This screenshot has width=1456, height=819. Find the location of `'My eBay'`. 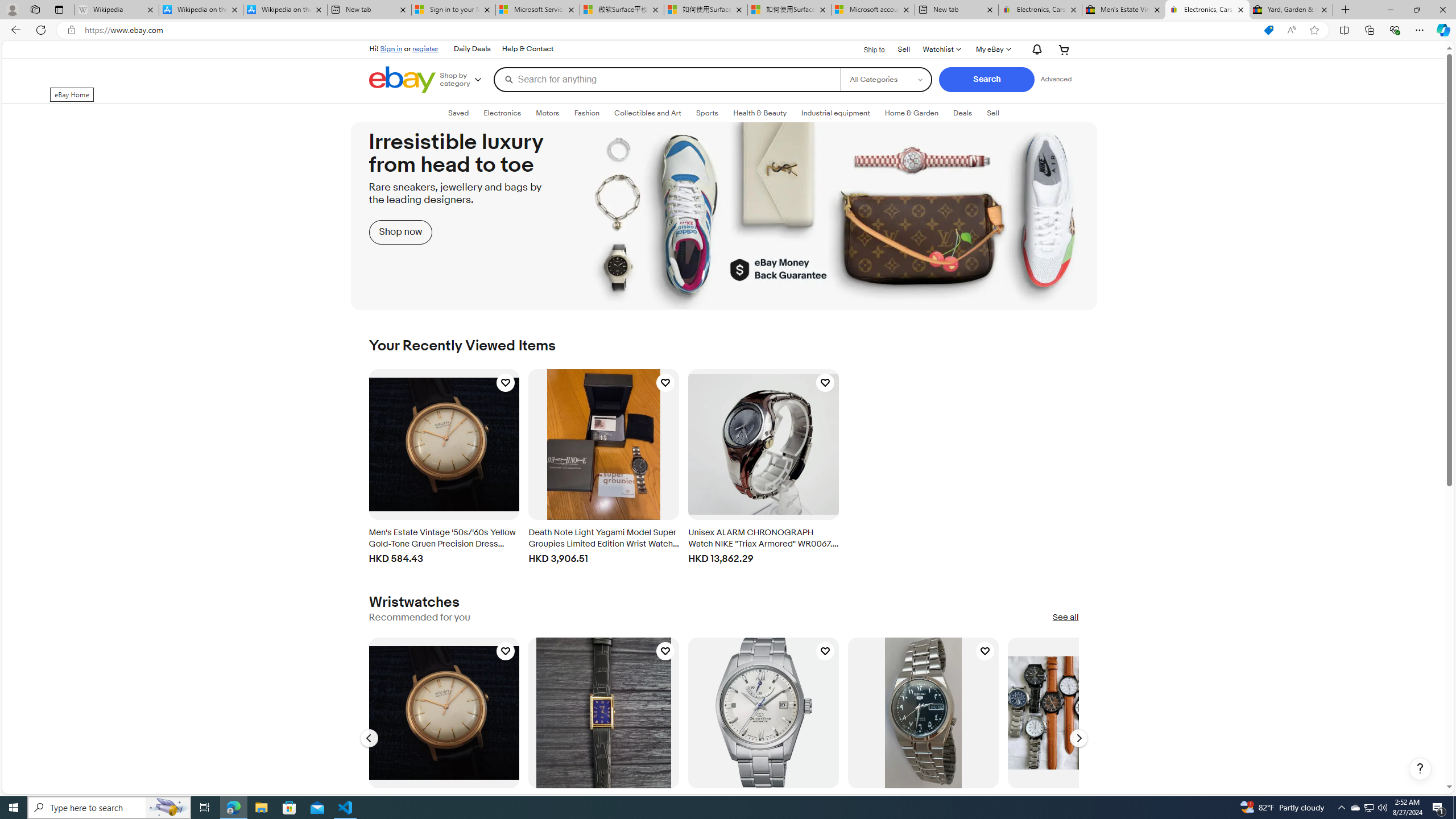

'My eBay' is located at coordinates (992, 49).